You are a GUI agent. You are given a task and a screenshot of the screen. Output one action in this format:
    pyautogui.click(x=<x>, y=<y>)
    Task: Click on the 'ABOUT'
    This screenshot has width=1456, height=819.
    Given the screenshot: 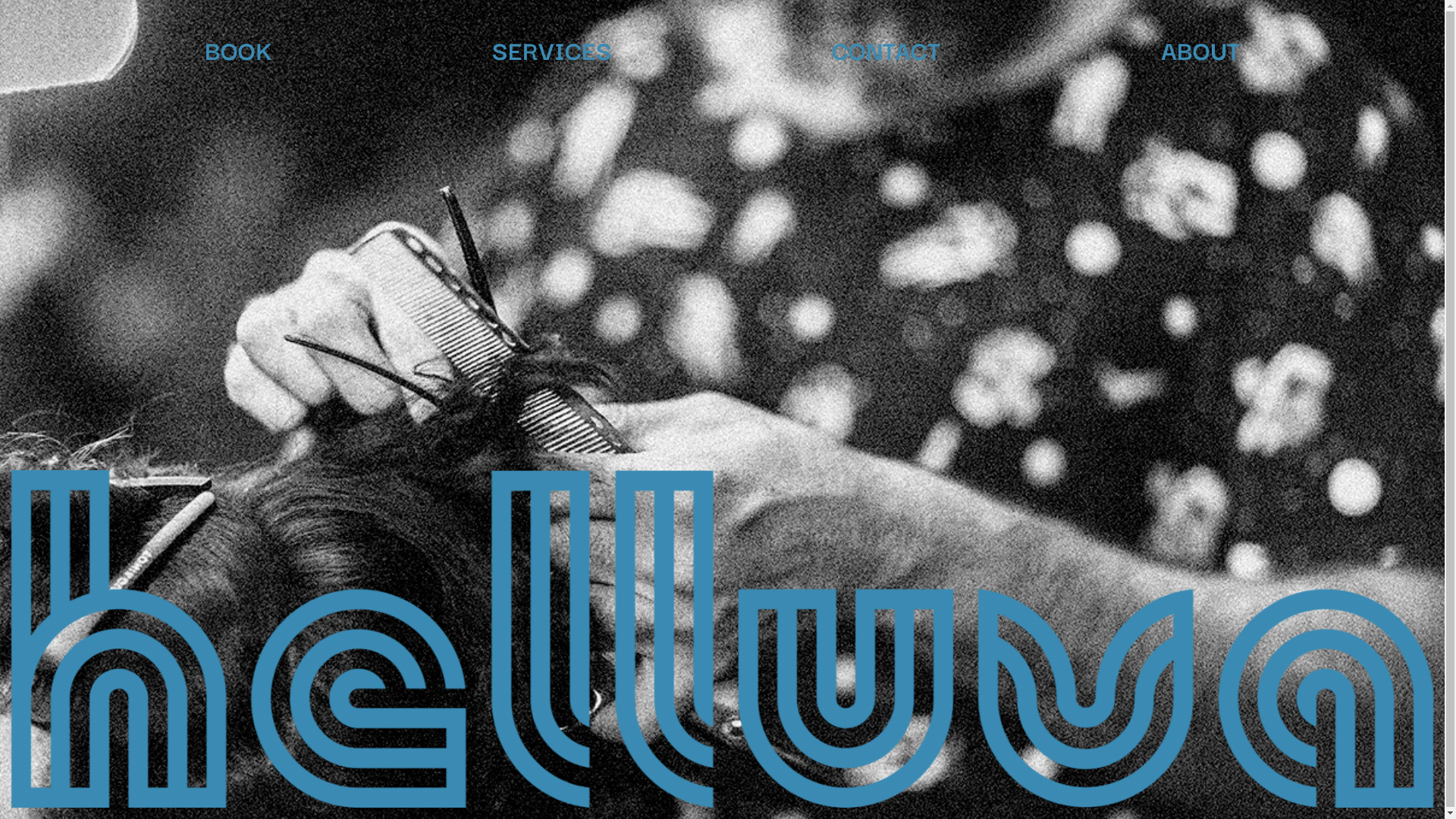 What is the action you would take?
    pyautogui.click(x=1200, y=48)
    